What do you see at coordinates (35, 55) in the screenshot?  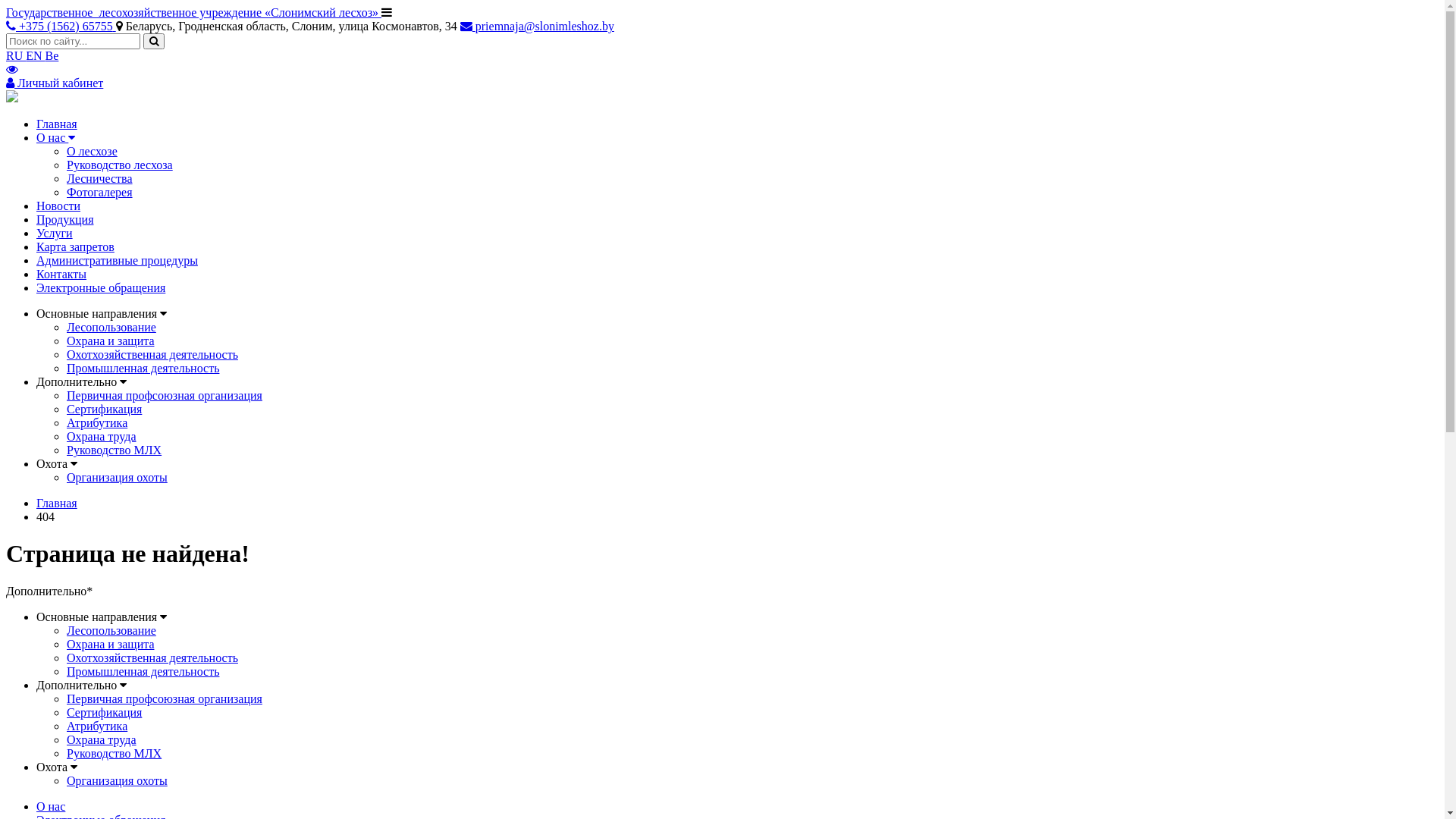 I see `'EN'` at bounding box center [35, 55].